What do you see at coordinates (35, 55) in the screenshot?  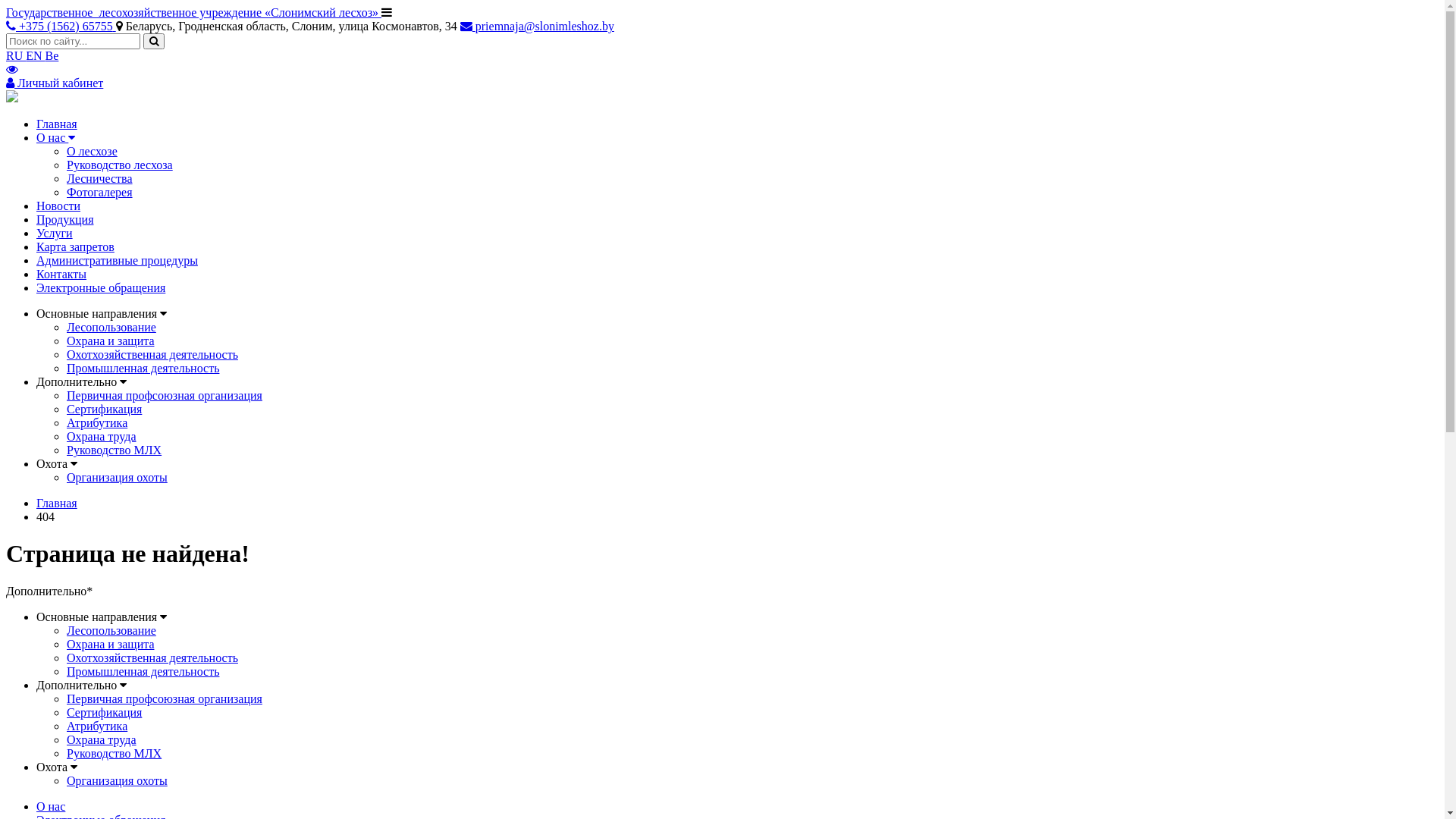 I see `'EN'` at bounding box center [35, 55].